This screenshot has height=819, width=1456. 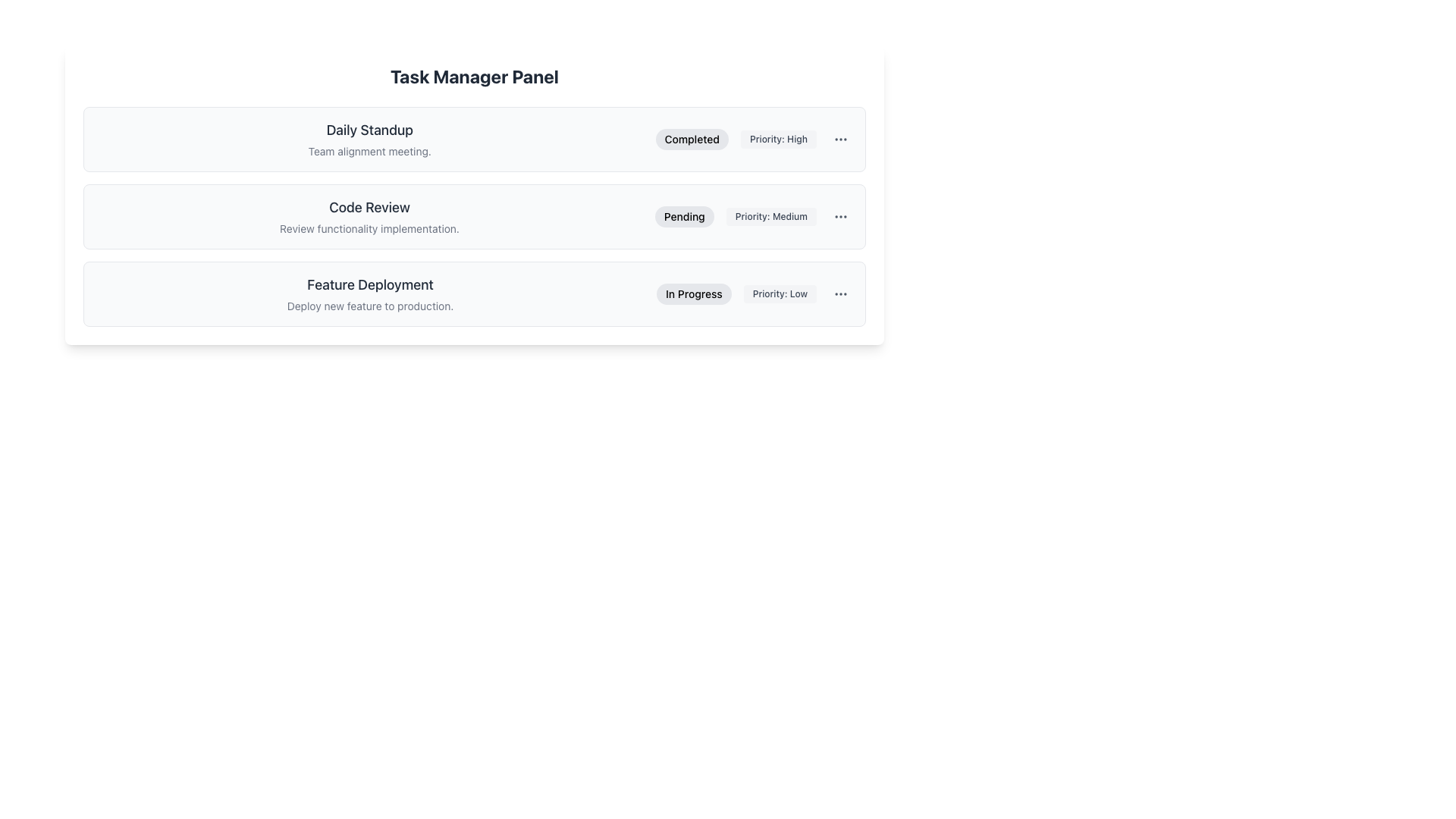 I want to click on the text label reading 'Review functionality implementation.' which is styled in gray, located beneath the heading 'Code Review' in the card section of the interface, so click(x=369, y=228).